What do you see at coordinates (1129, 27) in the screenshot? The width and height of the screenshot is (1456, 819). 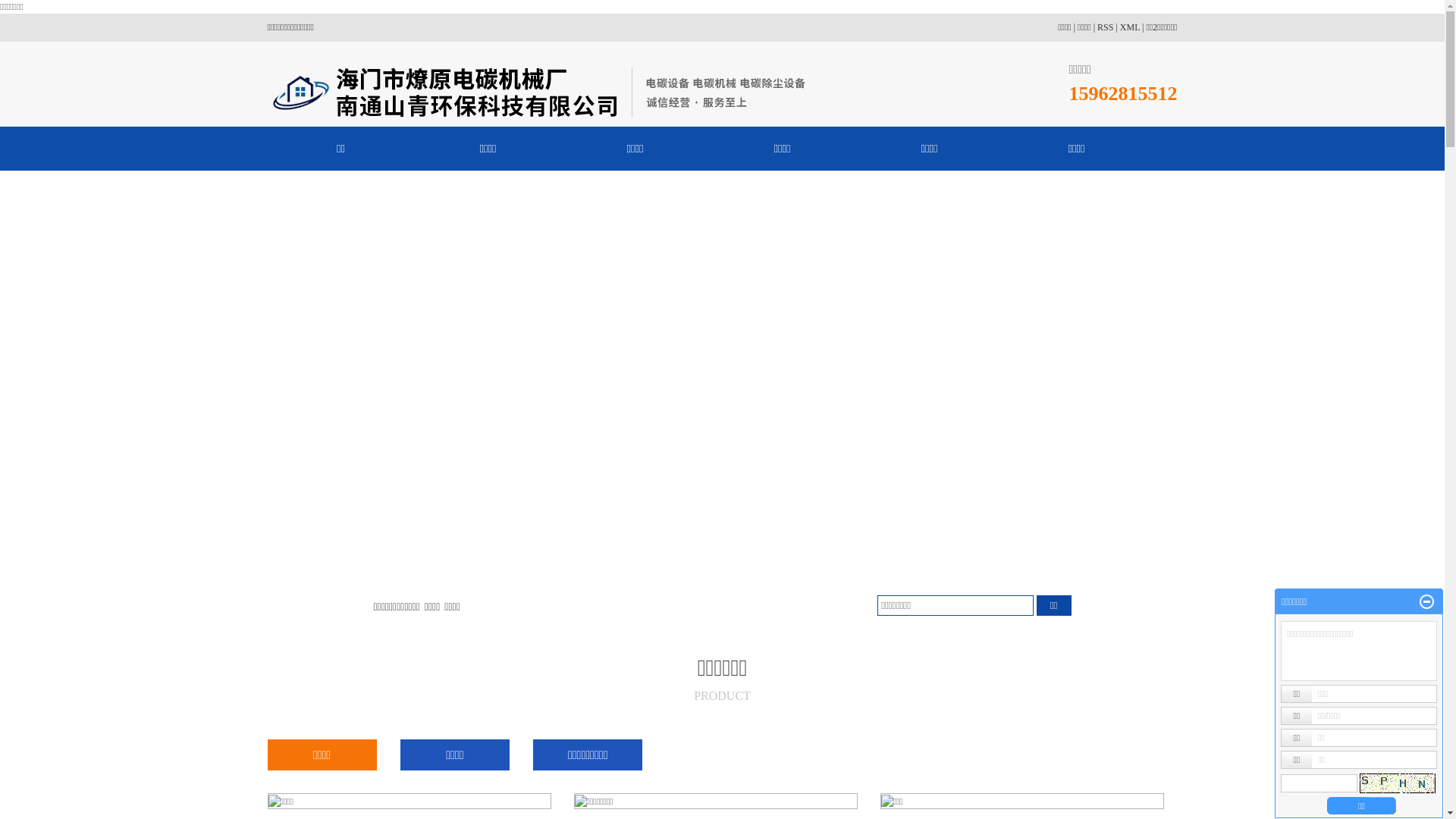 I see `'XML'` at bounding box center [1129, 27].